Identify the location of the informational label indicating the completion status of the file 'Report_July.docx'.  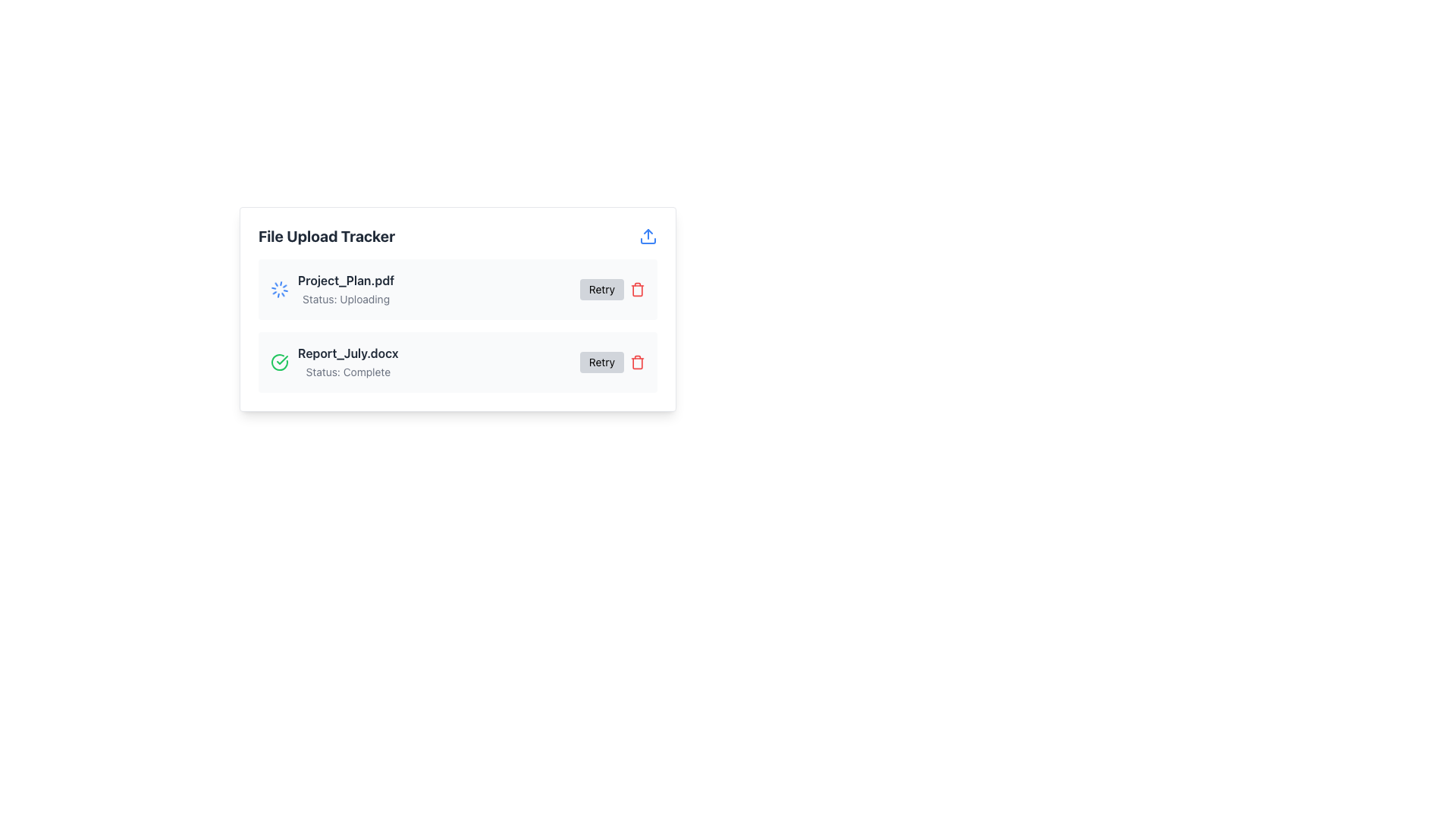
(347, 372).